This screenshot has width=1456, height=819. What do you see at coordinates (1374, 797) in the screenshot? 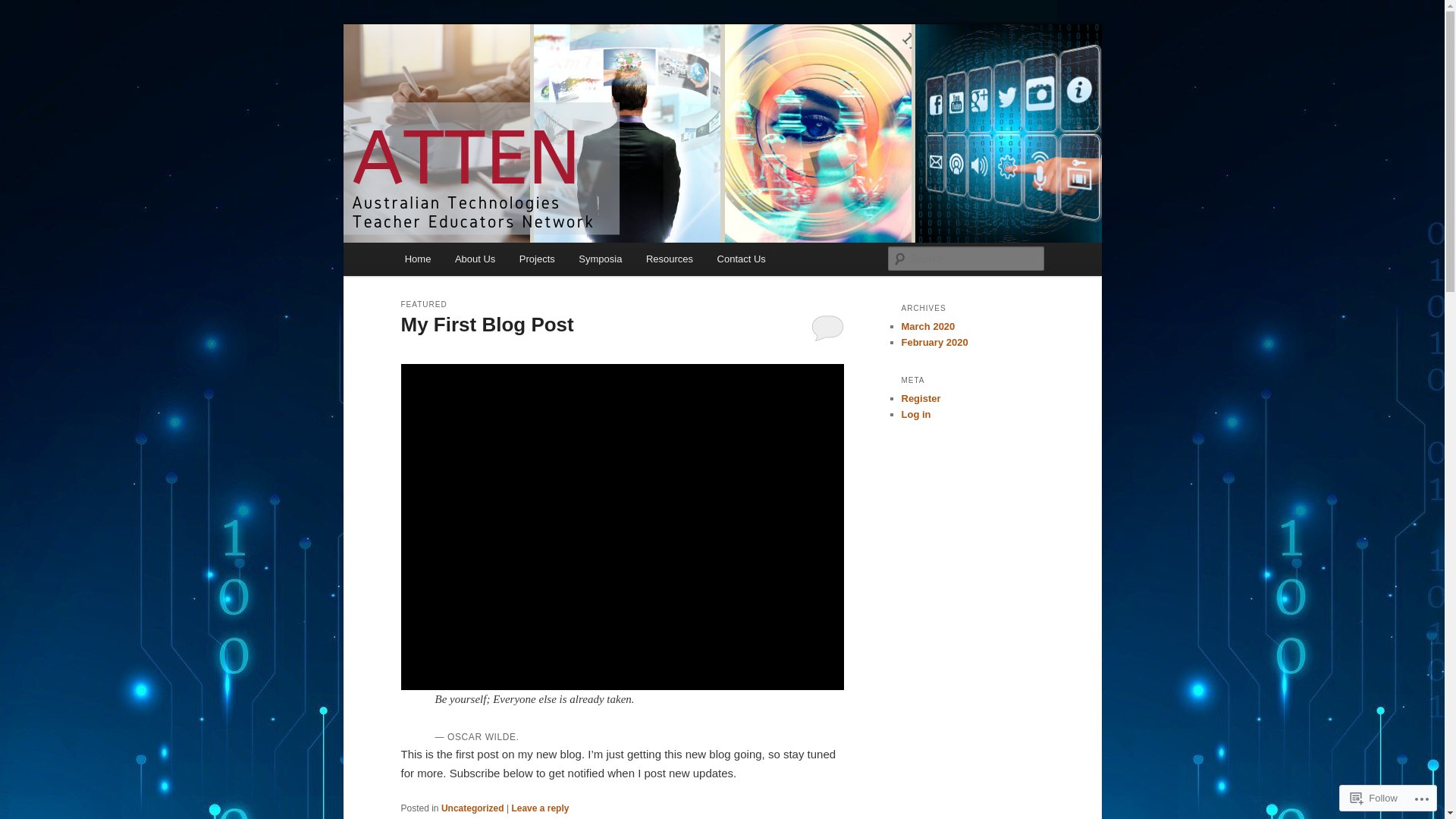
I see `'Follow'` at bounding box center [1374, 797].